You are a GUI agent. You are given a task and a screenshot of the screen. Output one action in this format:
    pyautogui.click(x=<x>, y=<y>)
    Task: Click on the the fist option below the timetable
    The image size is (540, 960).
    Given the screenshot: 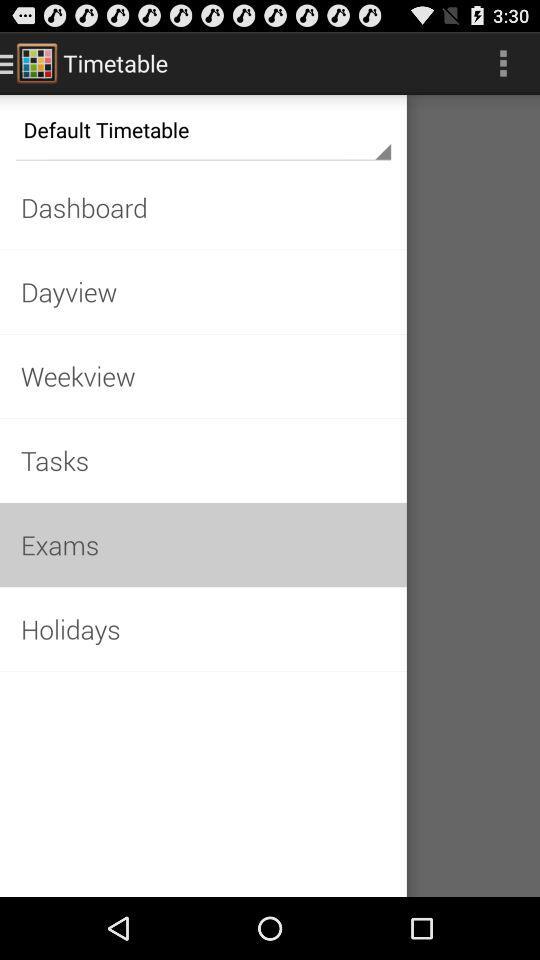 What is the action you would take?
    pyautogui.click(x=202, y=128)
    